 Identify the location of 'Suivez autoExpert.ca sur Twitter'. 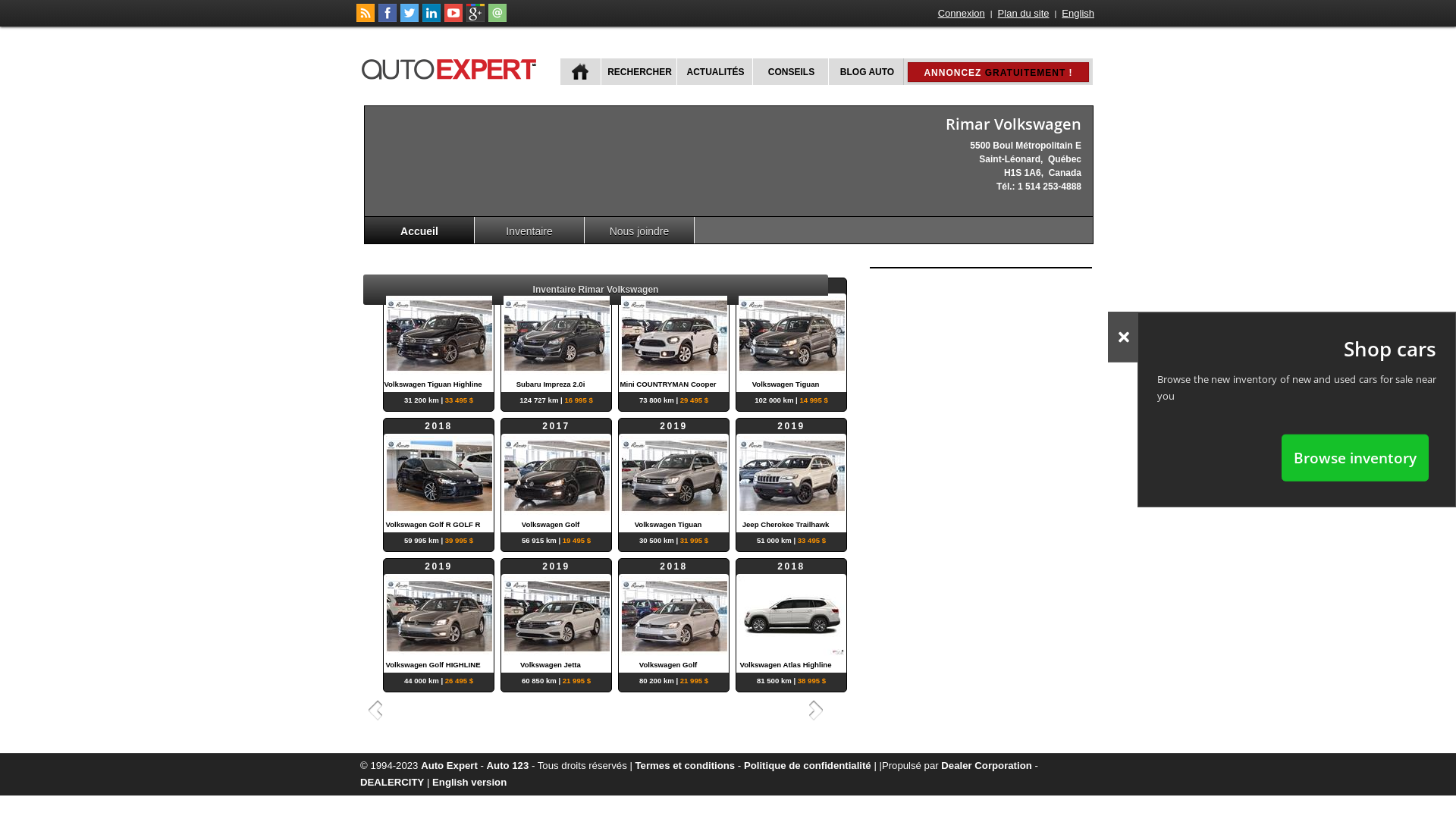
(409, 18).